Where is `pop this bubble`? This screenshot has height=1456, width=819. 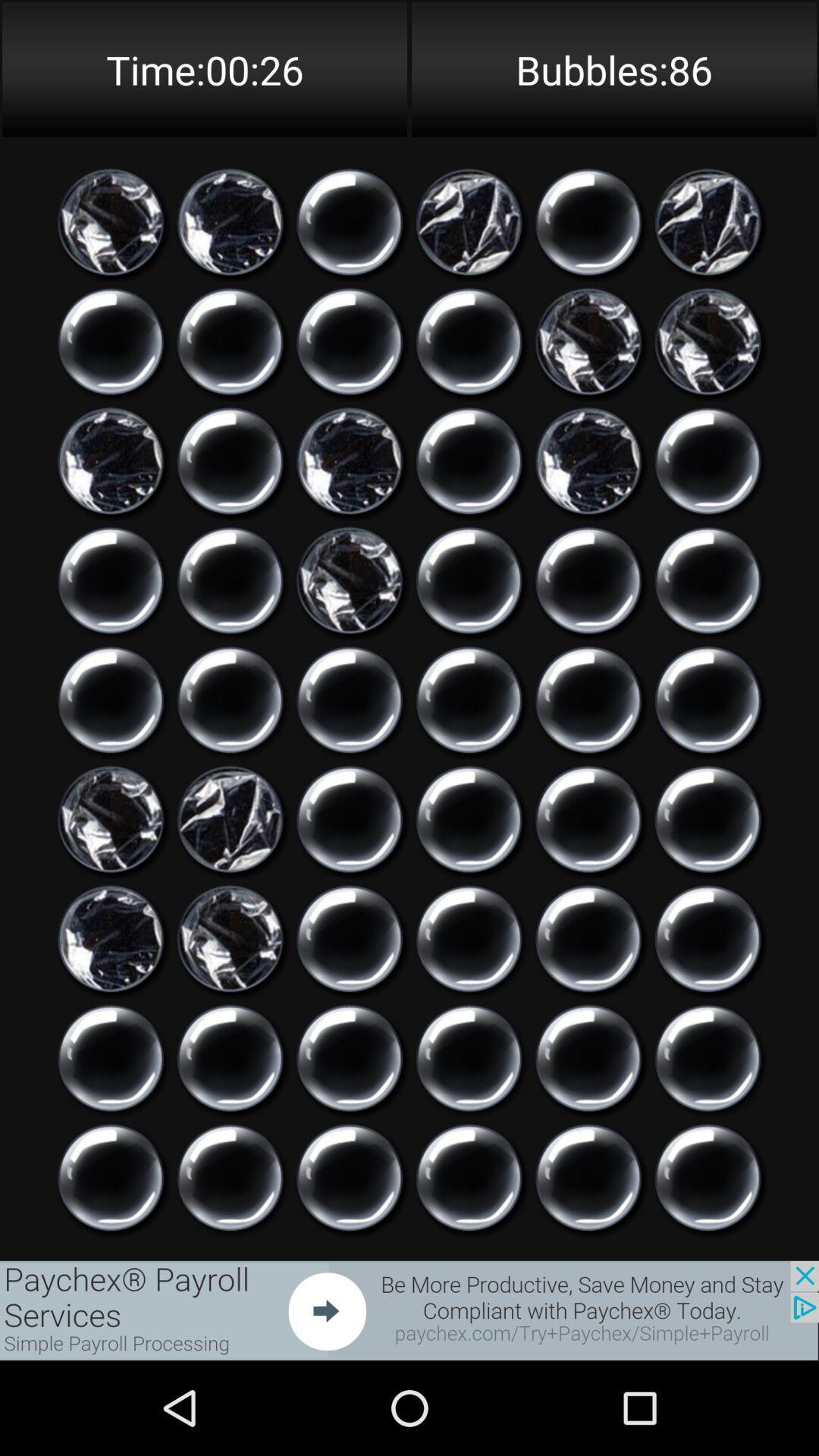 pop this bubble is located at coordinates (230, 1057).